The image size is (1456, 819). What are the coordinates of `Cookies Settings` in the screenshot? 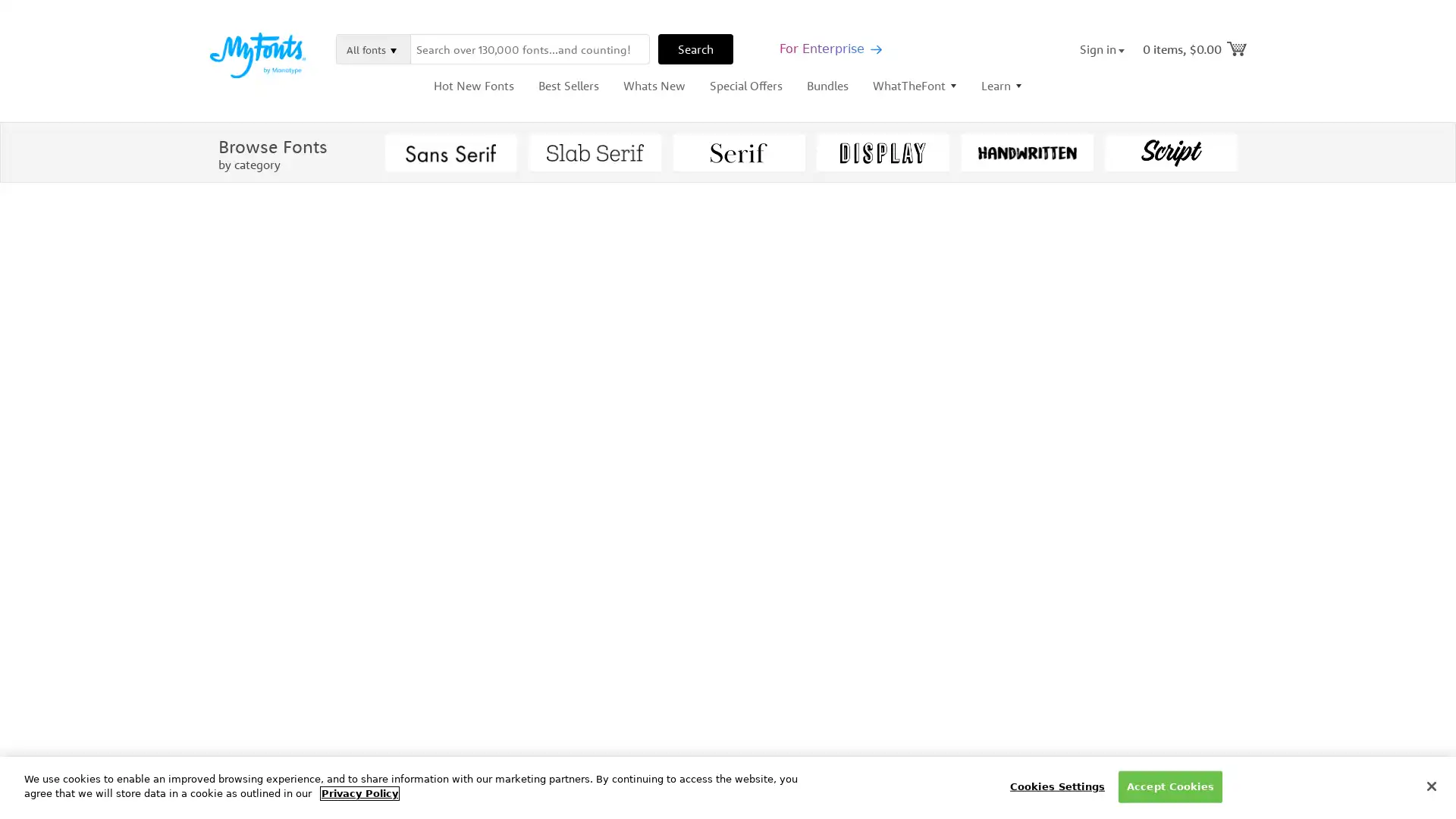 It's located at (1056, 786).